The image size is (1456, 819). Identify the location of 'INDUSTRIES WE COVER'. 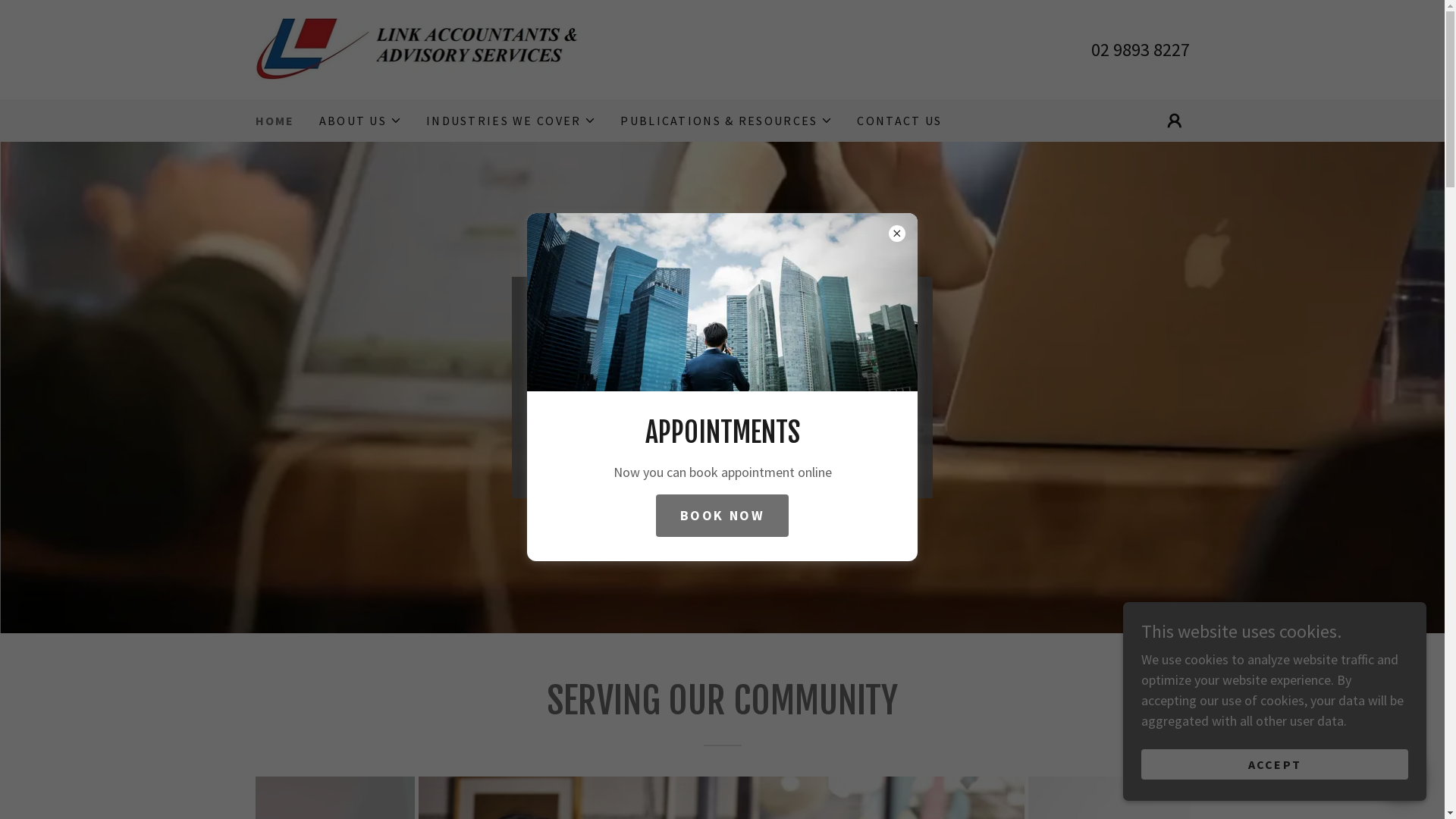
(425, 119).